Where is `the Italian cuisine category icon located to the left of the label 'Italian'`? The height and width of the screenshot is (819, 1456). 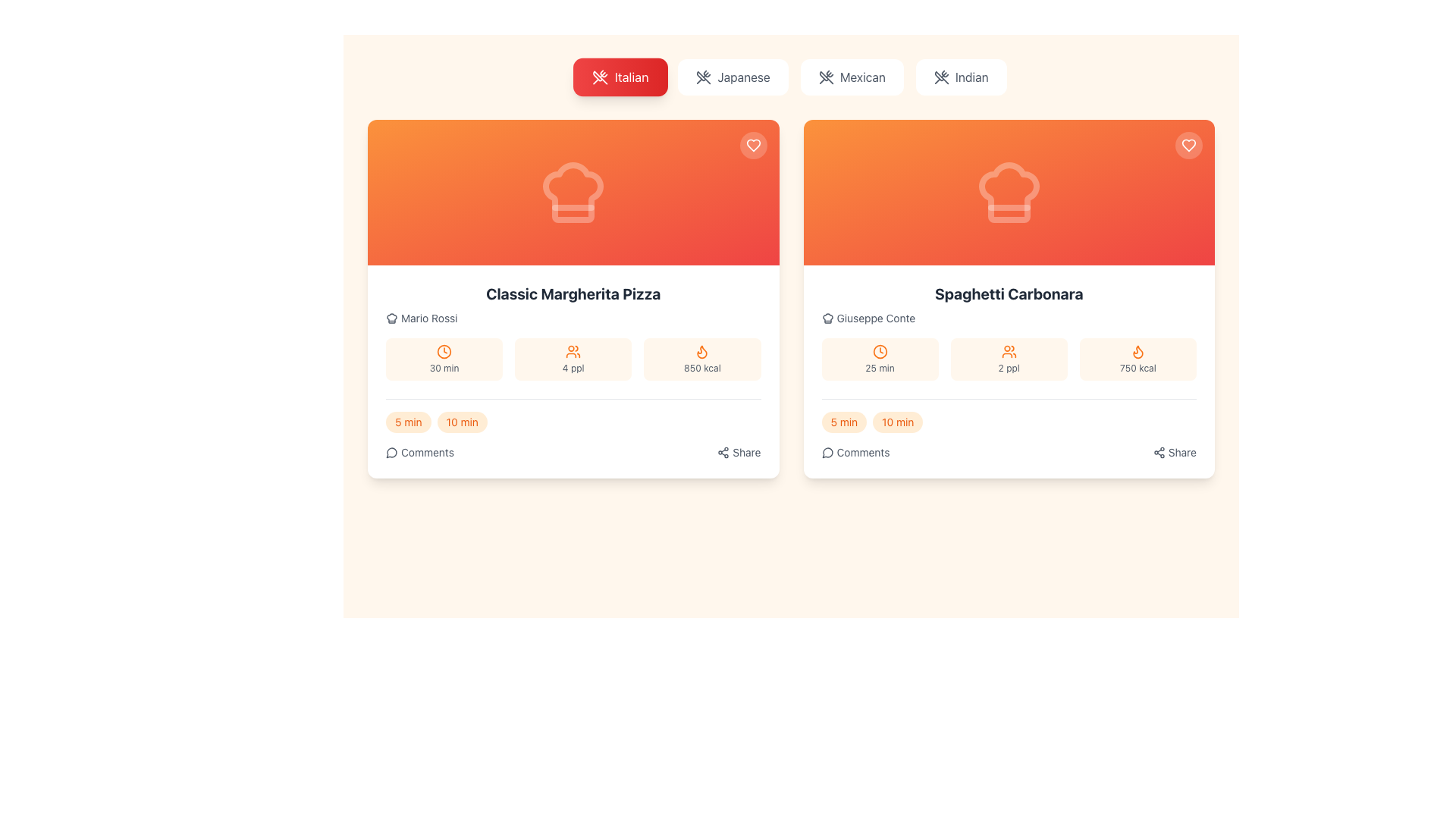 the Italian cuisine category icon located to the left of the label 'Italian' is located at coordinates (600, 77).